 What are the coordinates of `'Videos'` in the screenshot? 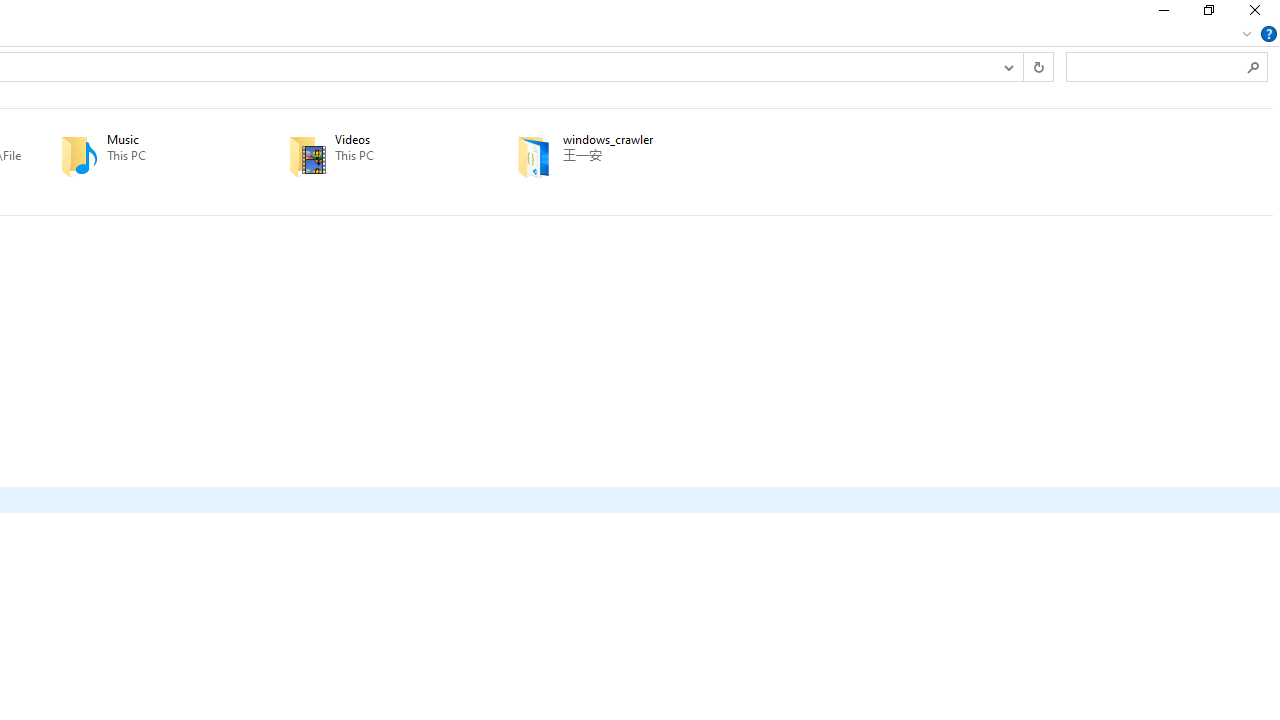 It's located at (374, 155).